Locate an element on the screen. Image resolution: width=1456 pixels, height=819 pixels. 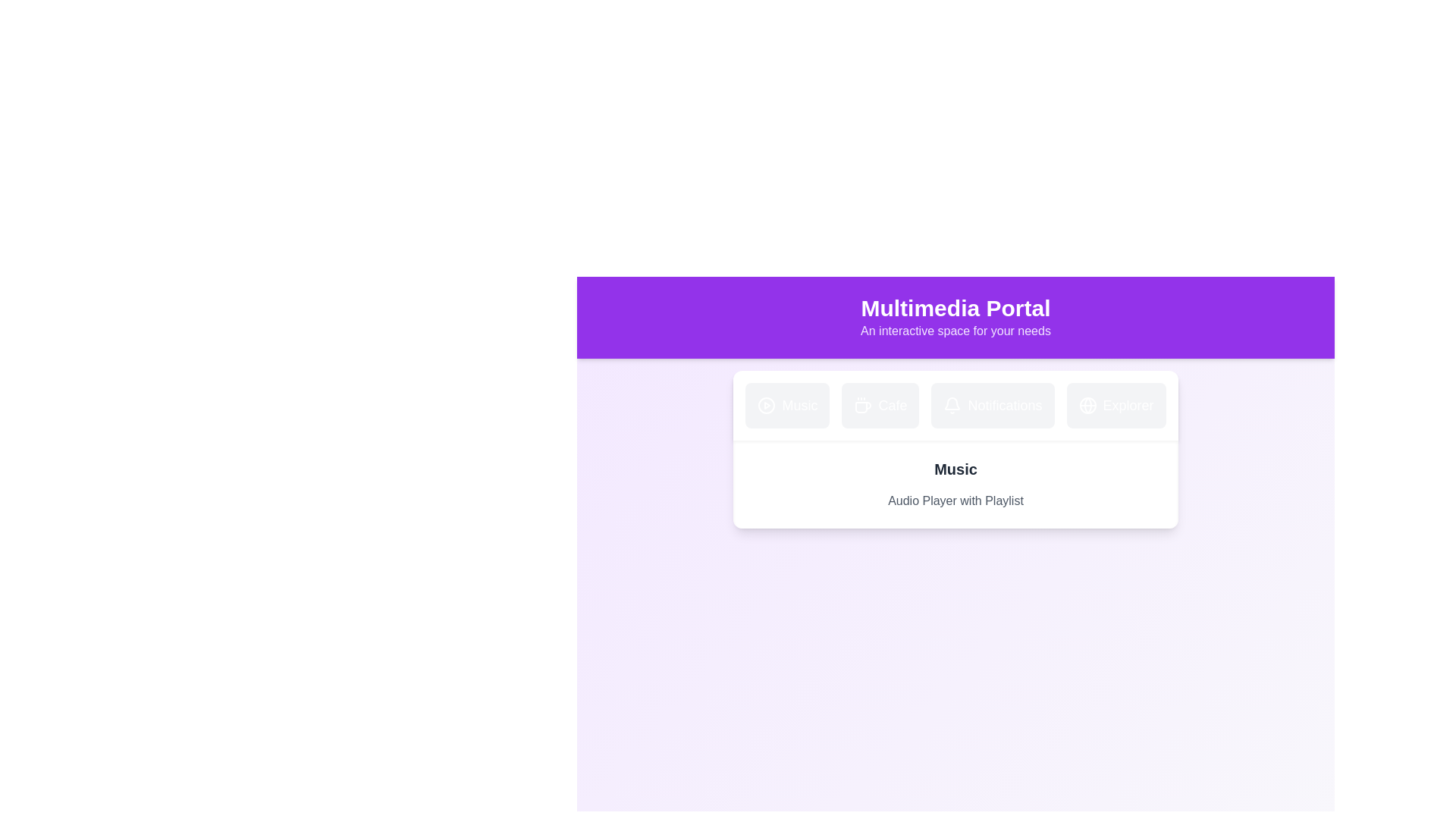
the fourth navigation item on the upper-right section of the navigation options is located at coordinates (1116, 405).